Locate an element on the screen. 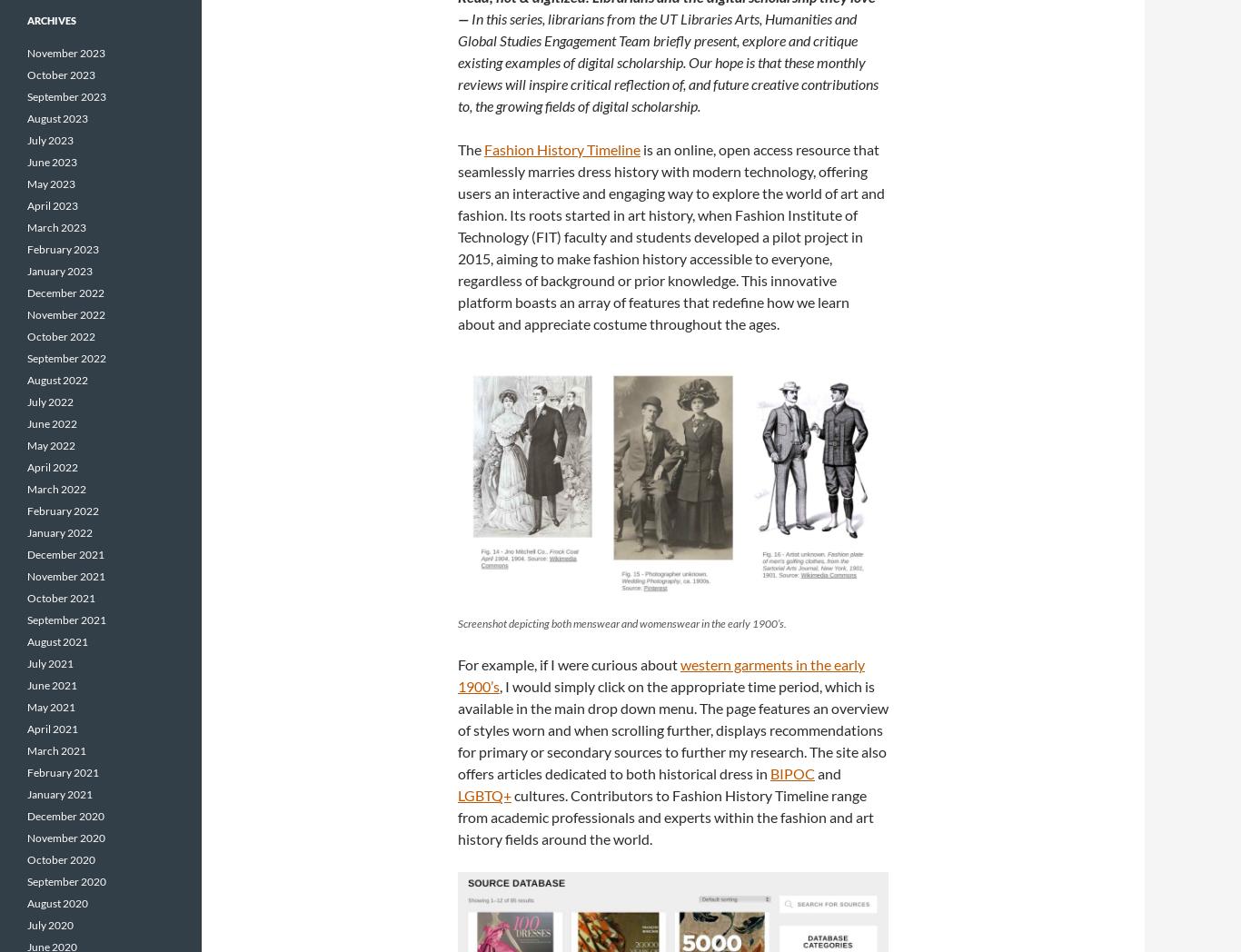  'April 2023' is located at coordinates (53, 205).